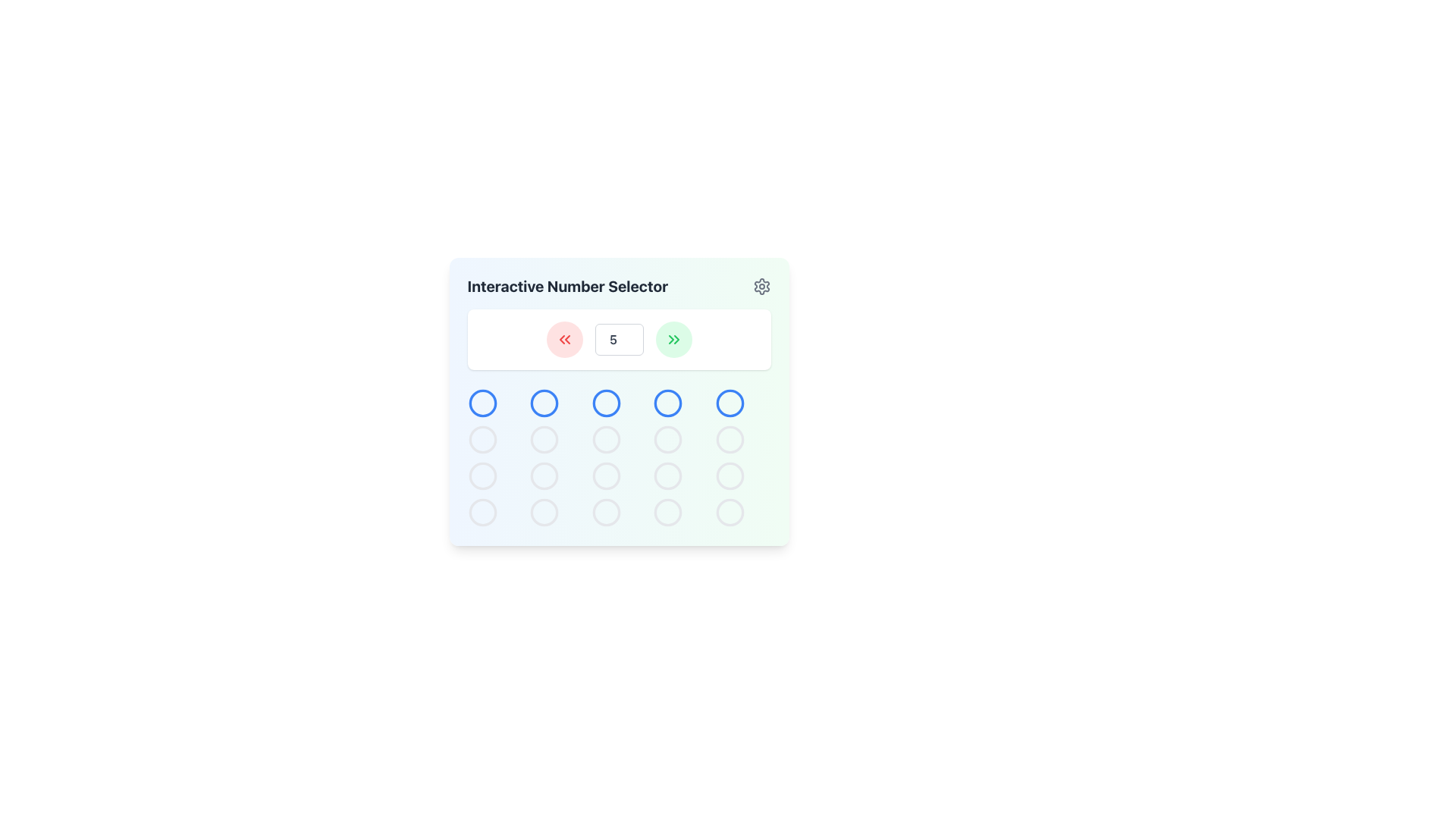 This screenshot has width=1456, height=819. Describe the element at coordinates (619, 400) in the screenshot. I see `the interactive circle button with a blue outline located in the second row and third column of the grid` at that location.